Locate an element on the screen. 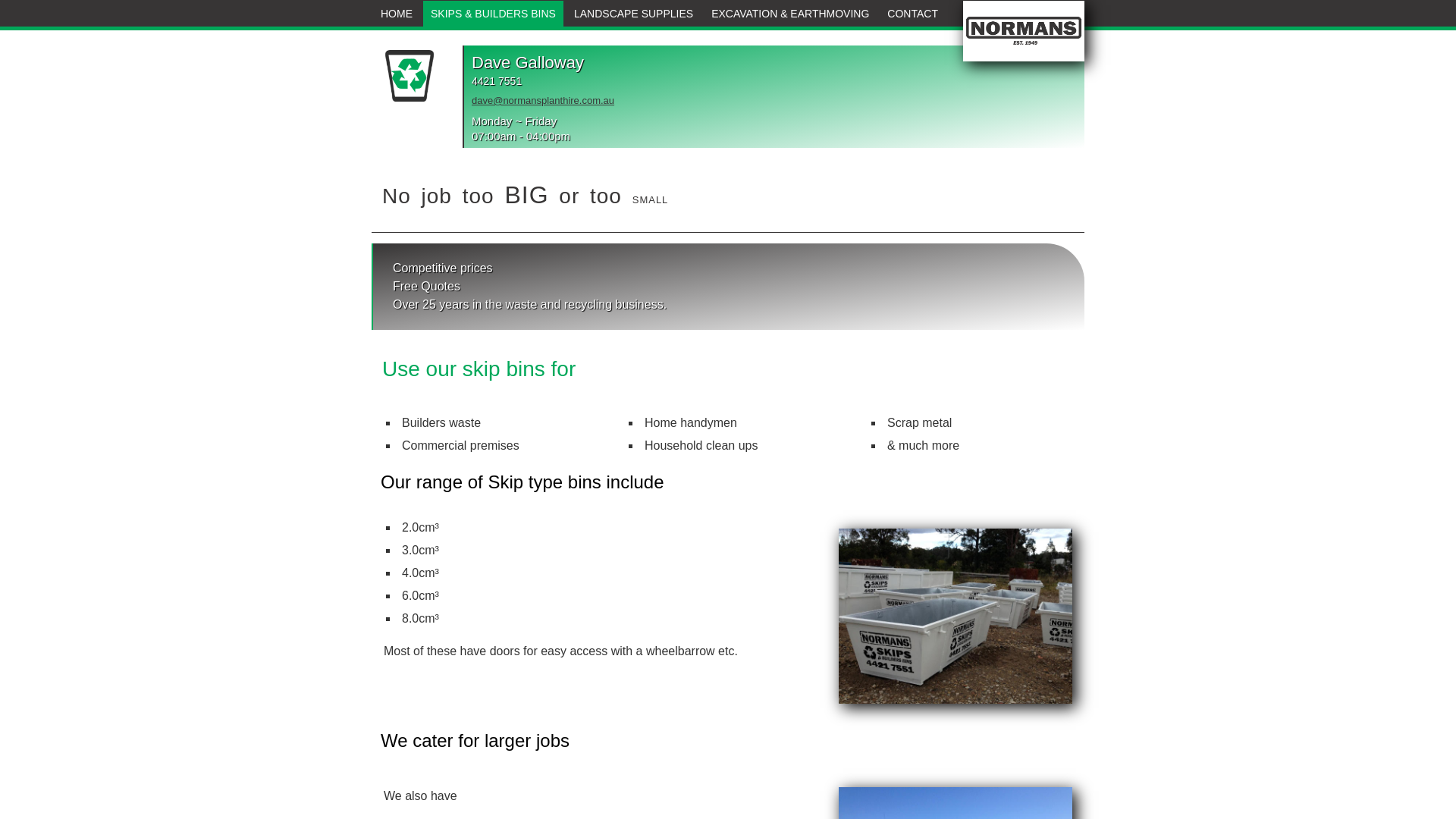 The height and width of the screenshot is (819, 1456). 'dave@normansplanthire.com.au' is located at coordinates (542, 100).